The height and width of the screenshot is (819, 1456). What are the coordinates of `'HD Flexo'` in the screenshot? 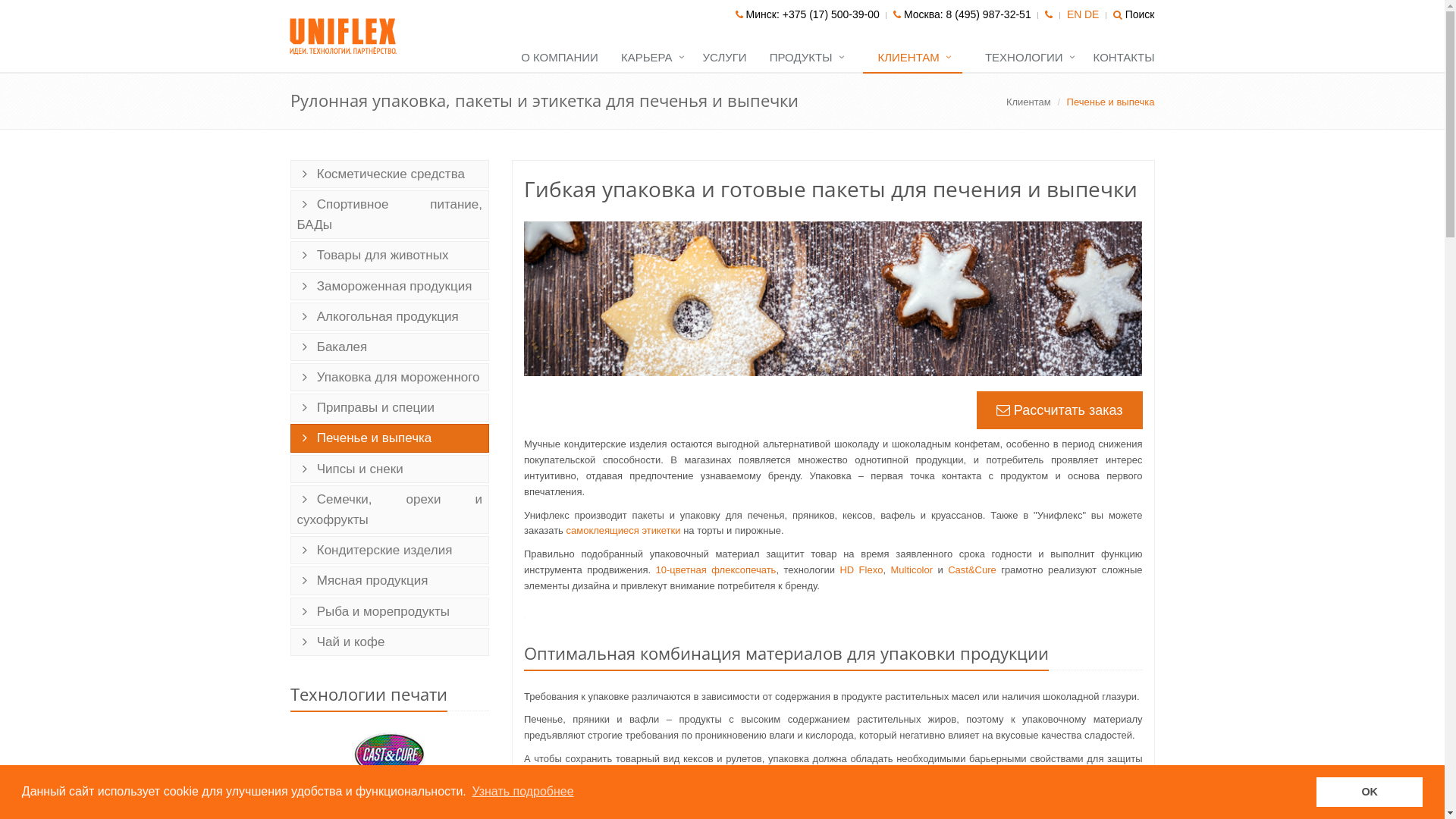 It's located at (861, 570).